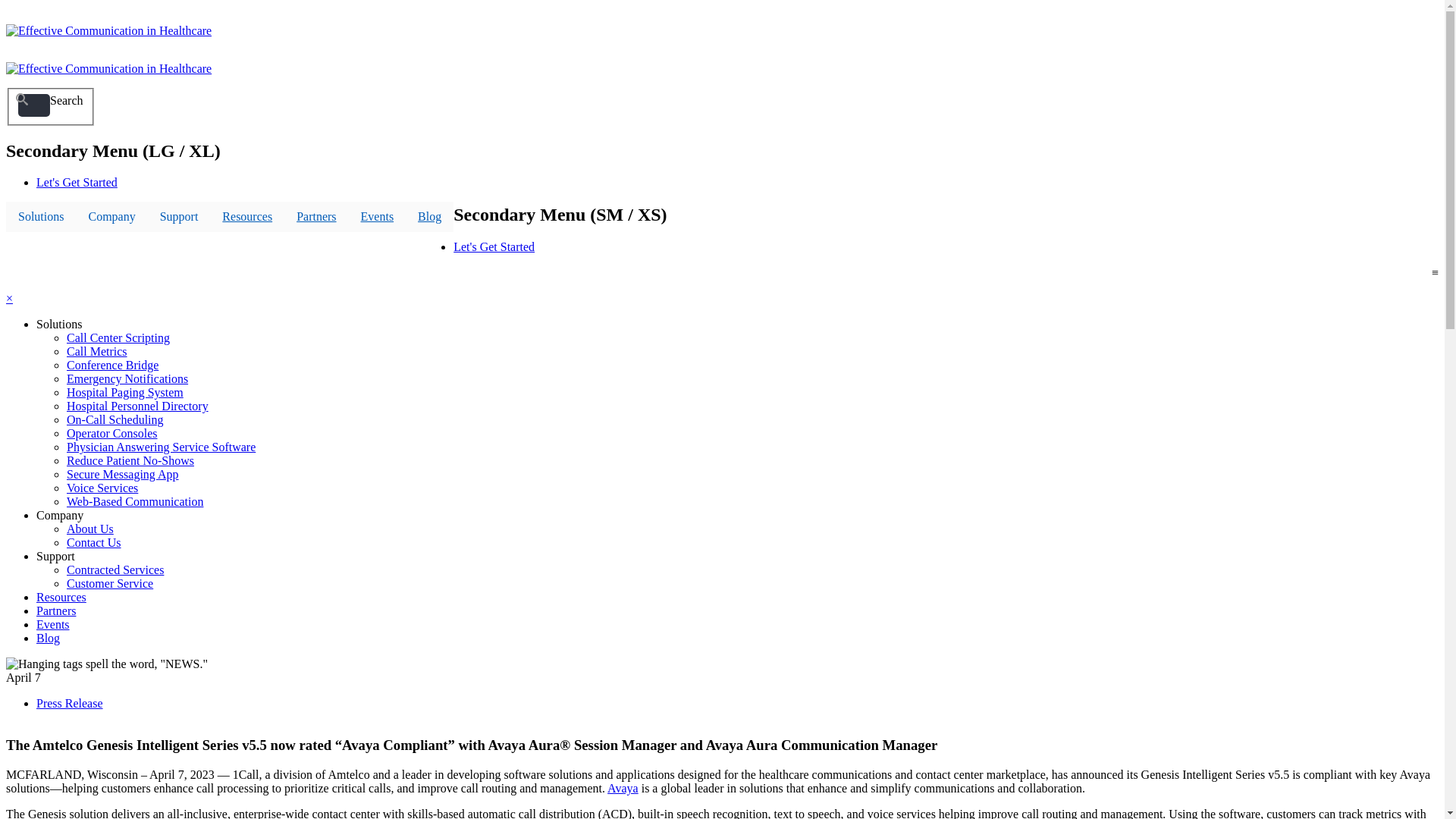 This screenshot has height=819, width=1456. What do you see at coordinates (623, 787) in the screenshot?
I see `'Avaya'` at bounding box center [623, 787].